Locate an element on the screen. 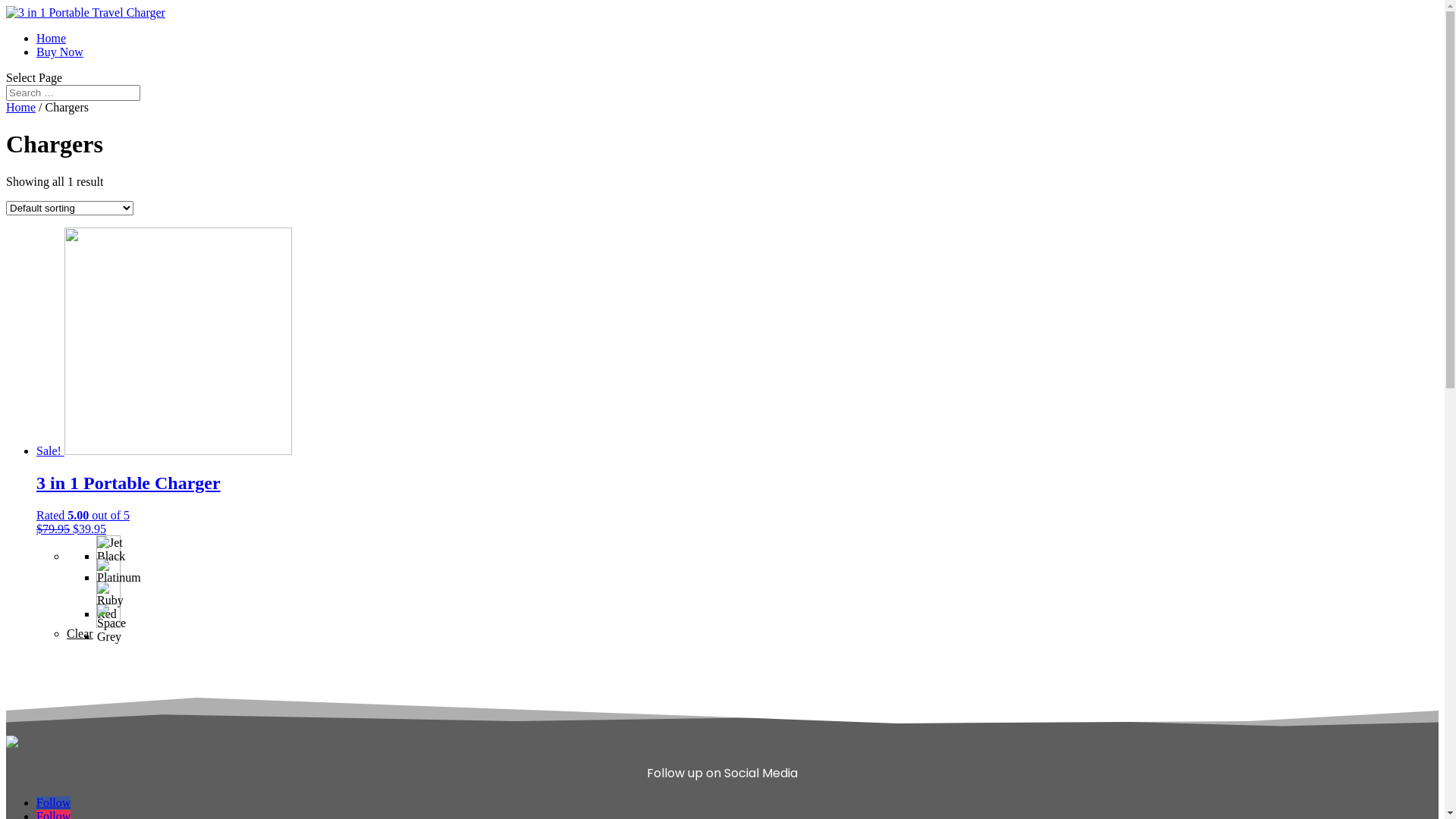 This screenshot has width=1456, height=819. 'Platinum' is located at coordinates (108, 570).